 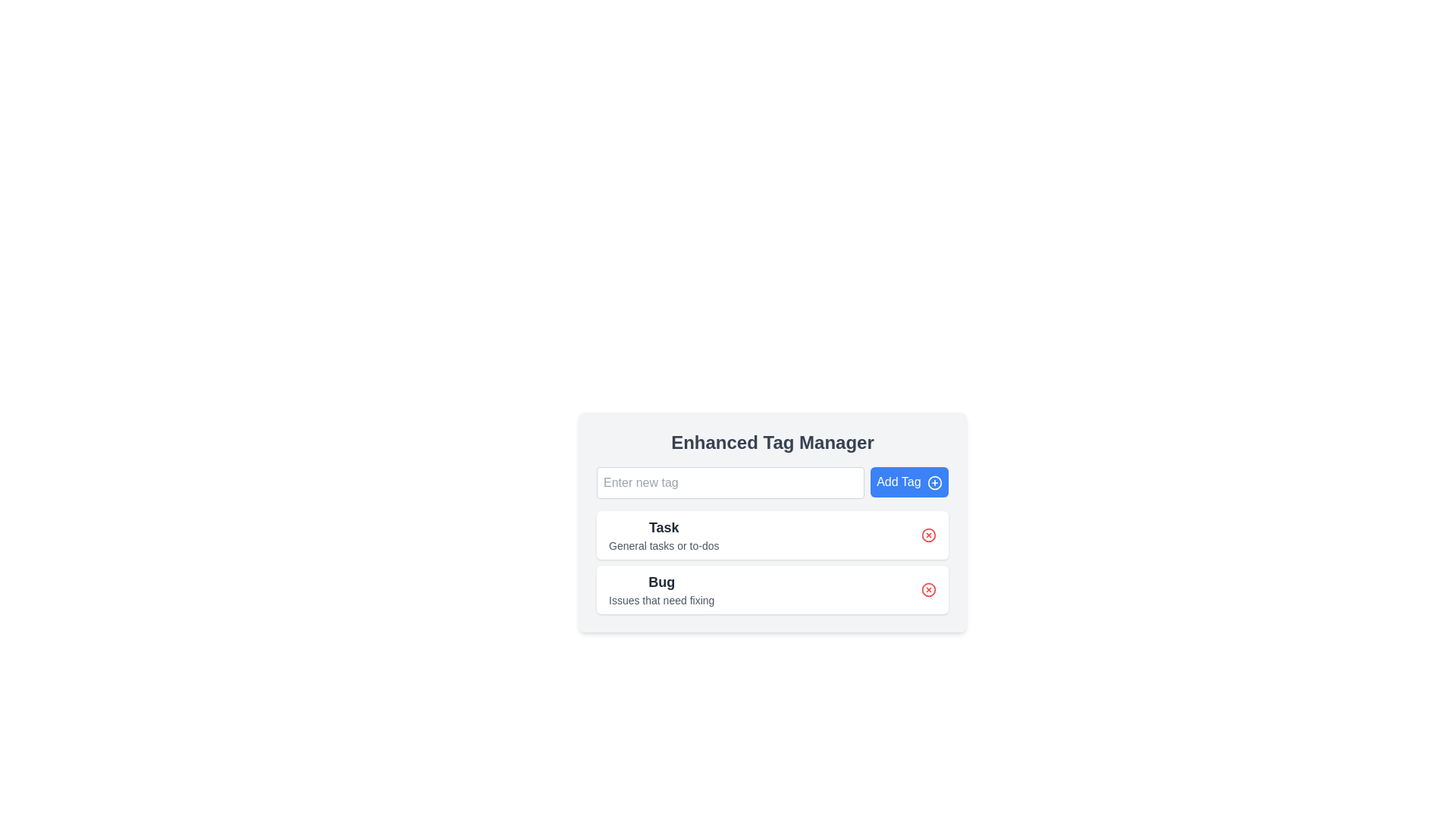 What do you see at coordinates (909, 482) in the screenshot?
I see `the button that enables users to add a new tag, located to the right of the 'Enter new tag' text input field in the Enhanced Tag Manager panel` at bounding box center [909, 482].